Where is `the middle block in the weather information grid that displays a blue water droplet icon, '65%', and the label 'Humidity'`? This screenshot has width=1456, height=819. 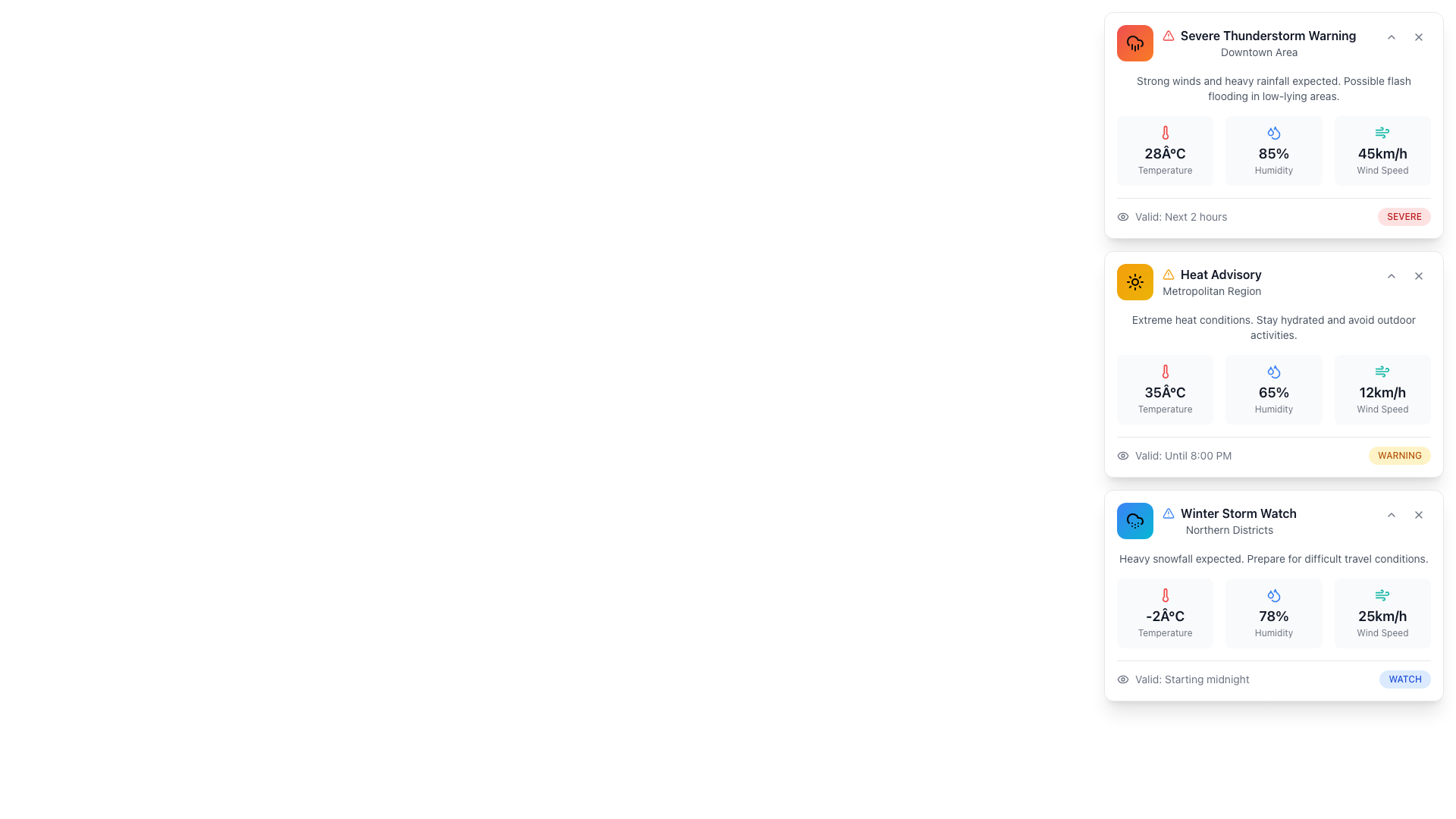
the middle block in the weather information grid that displays a blue water droplet icon, '65%', and the label 'Humidity' is located at coordinates (1274, 388).